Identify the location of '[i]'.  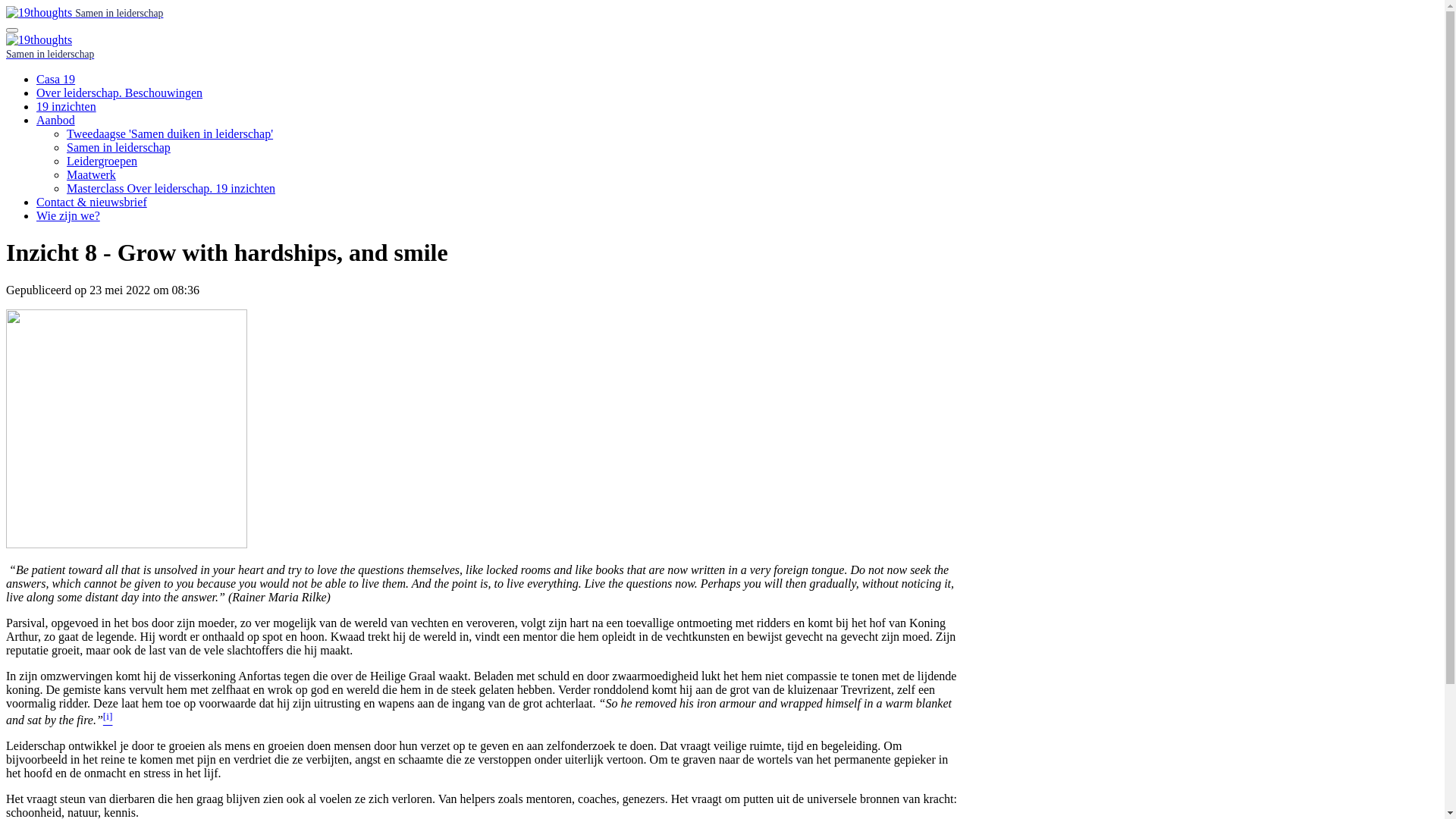
(107, 719).